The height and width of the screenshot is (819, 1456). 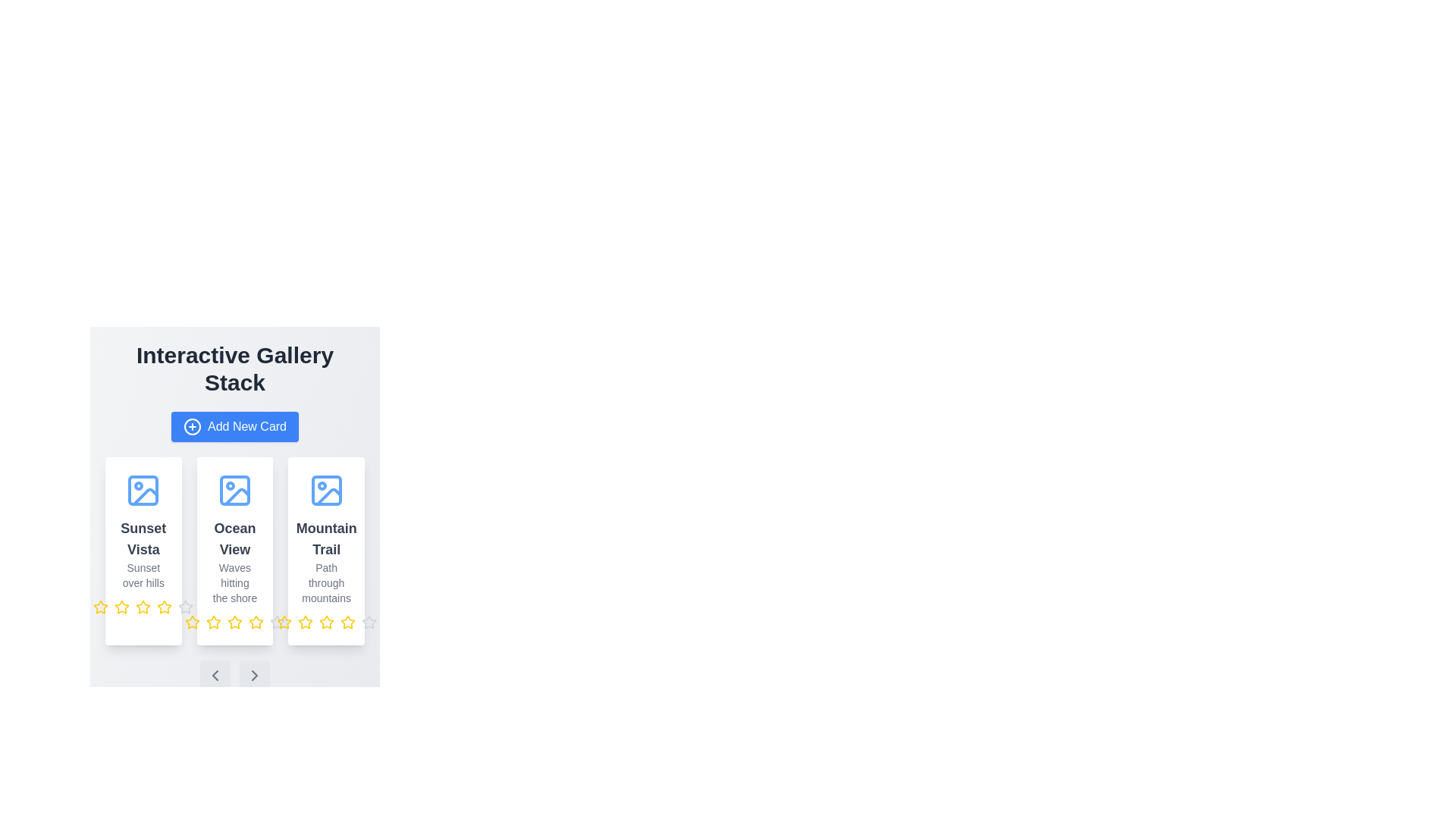 What do you see at coordinates (122, 606) in the screenshot?
I see `the first star-shaped rating icon in the rating bar beneath the 'Sunset Vista' card in the interactive gallery section to rate it` at bounding box center [122, 606].